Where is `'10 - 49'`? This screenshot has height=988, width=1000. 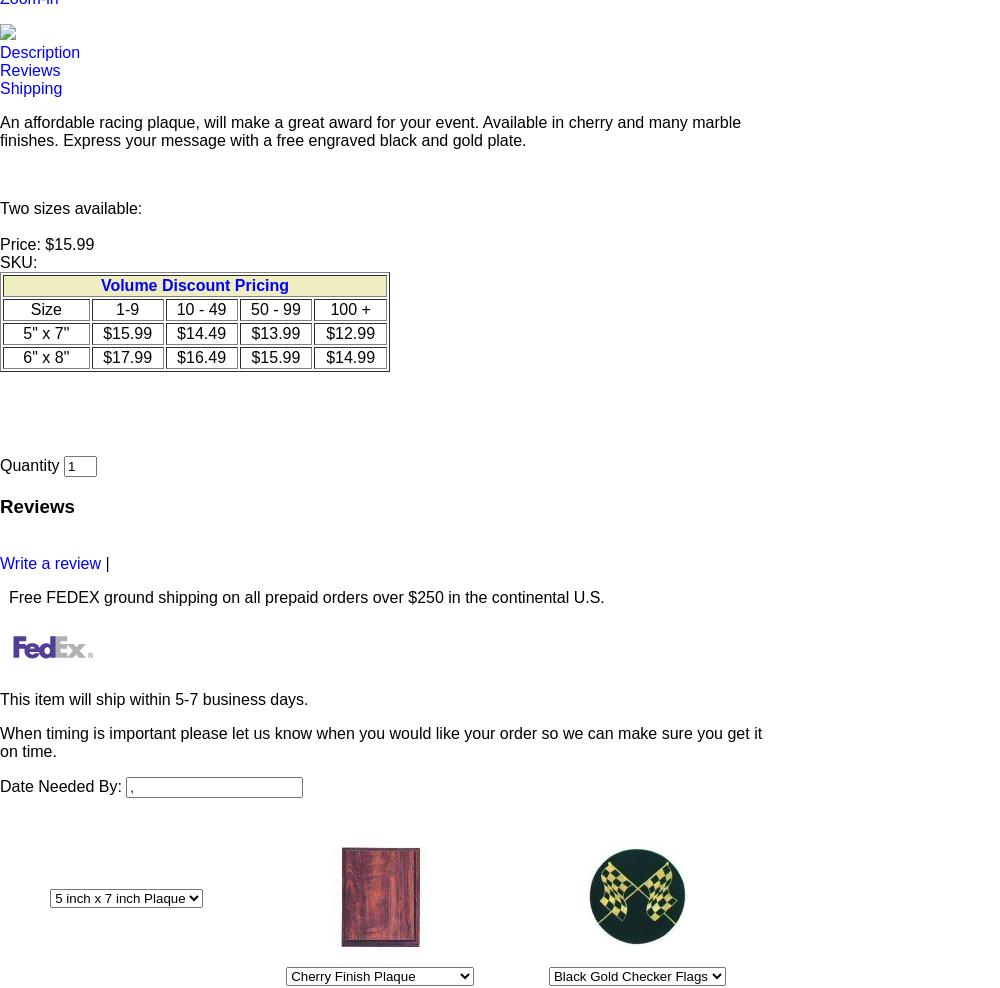 '10 - 49' is located at coordinates (200, 308).